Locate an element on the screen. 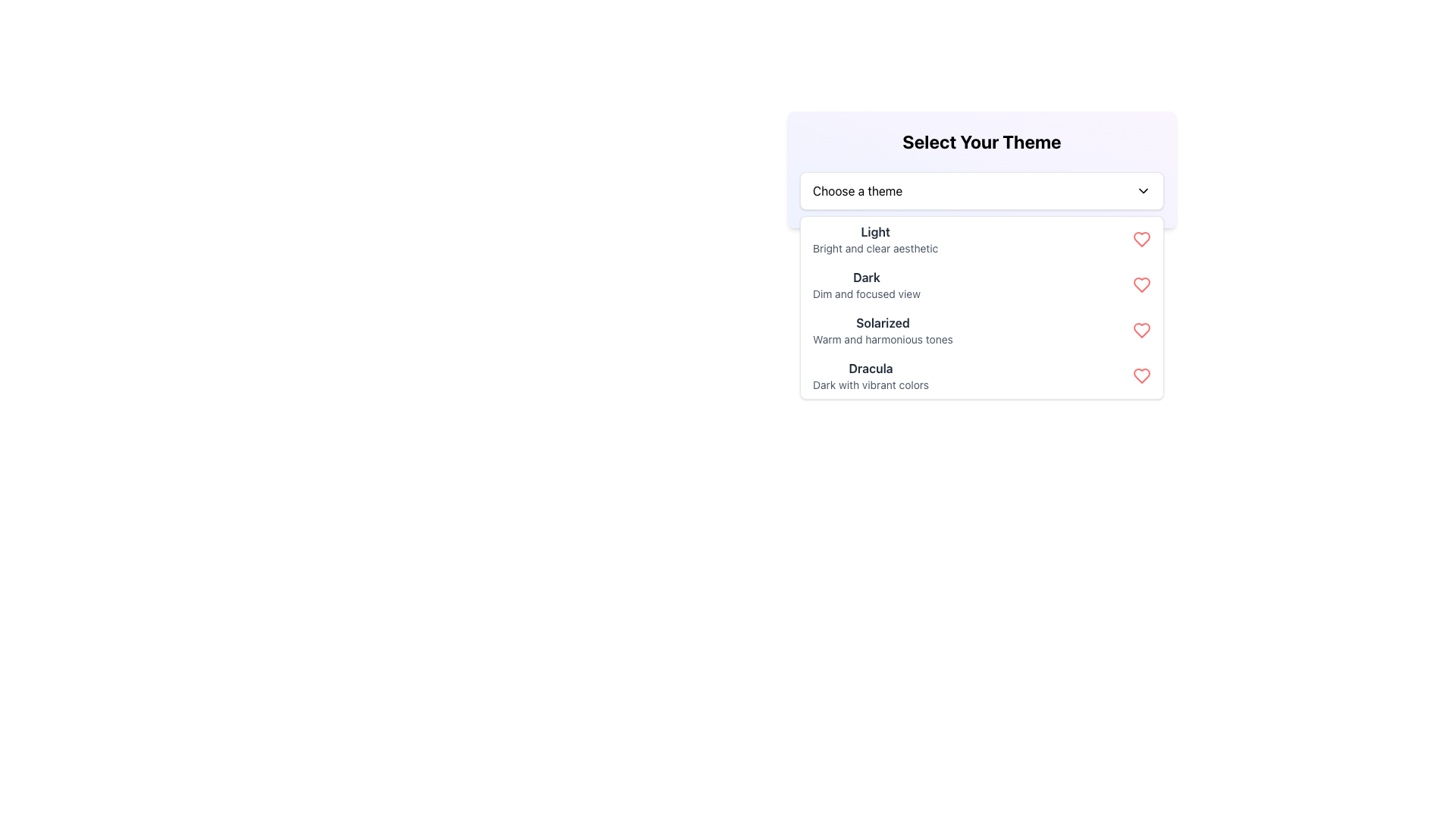 This screenshot has width=1456, height=819. the Dropdown menu for keyboard navigation, located within the 'Select Your Theme' card, positioned below the title text is located at coordinates (982, 190).